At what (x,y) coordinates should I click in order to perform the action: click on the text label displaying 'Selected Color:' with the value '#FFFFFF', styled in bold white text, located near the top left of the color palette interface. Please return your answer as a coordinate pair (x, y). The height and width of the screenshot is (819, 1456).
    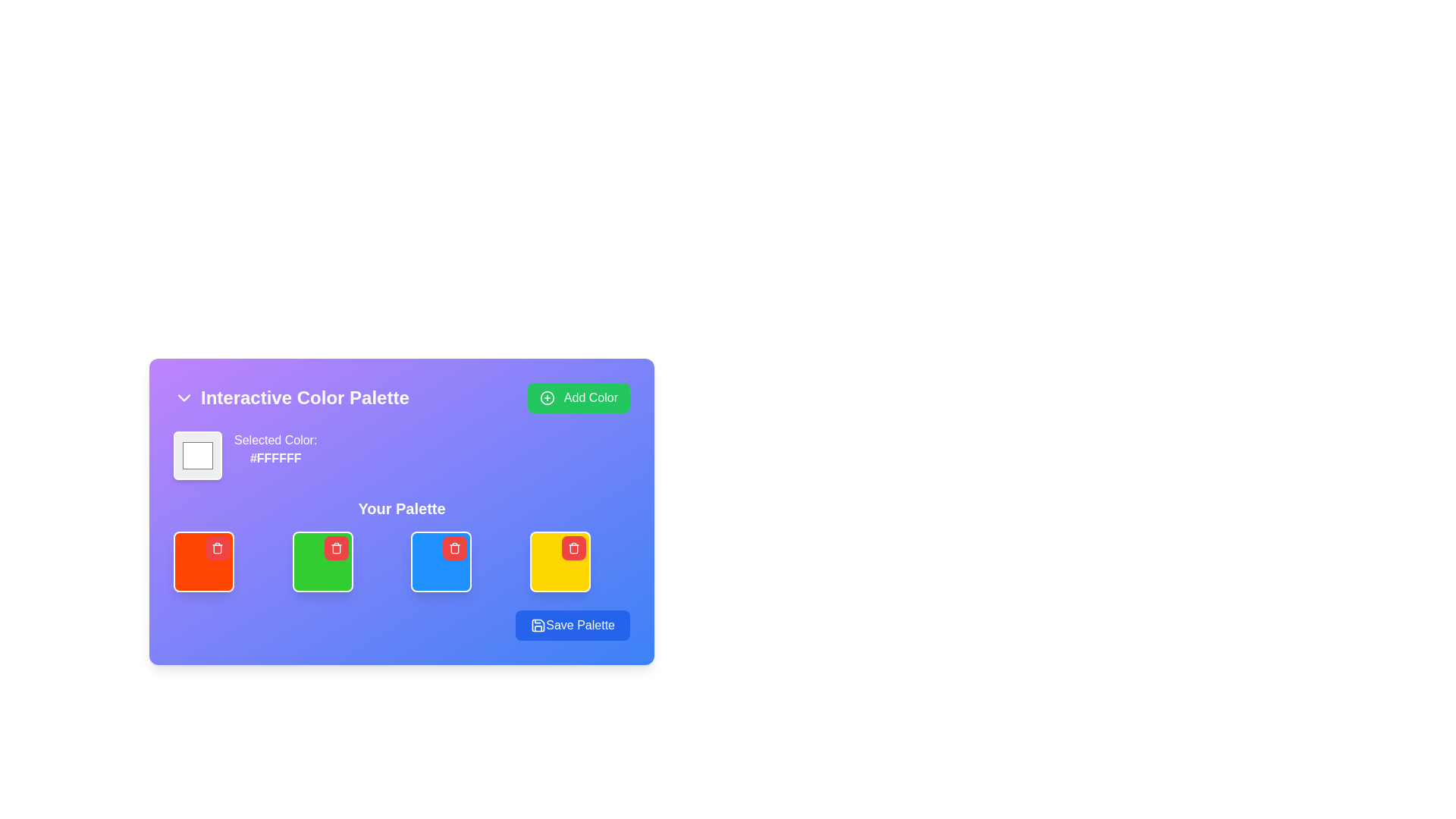
    Looking at the image, I should click on (275, 455).